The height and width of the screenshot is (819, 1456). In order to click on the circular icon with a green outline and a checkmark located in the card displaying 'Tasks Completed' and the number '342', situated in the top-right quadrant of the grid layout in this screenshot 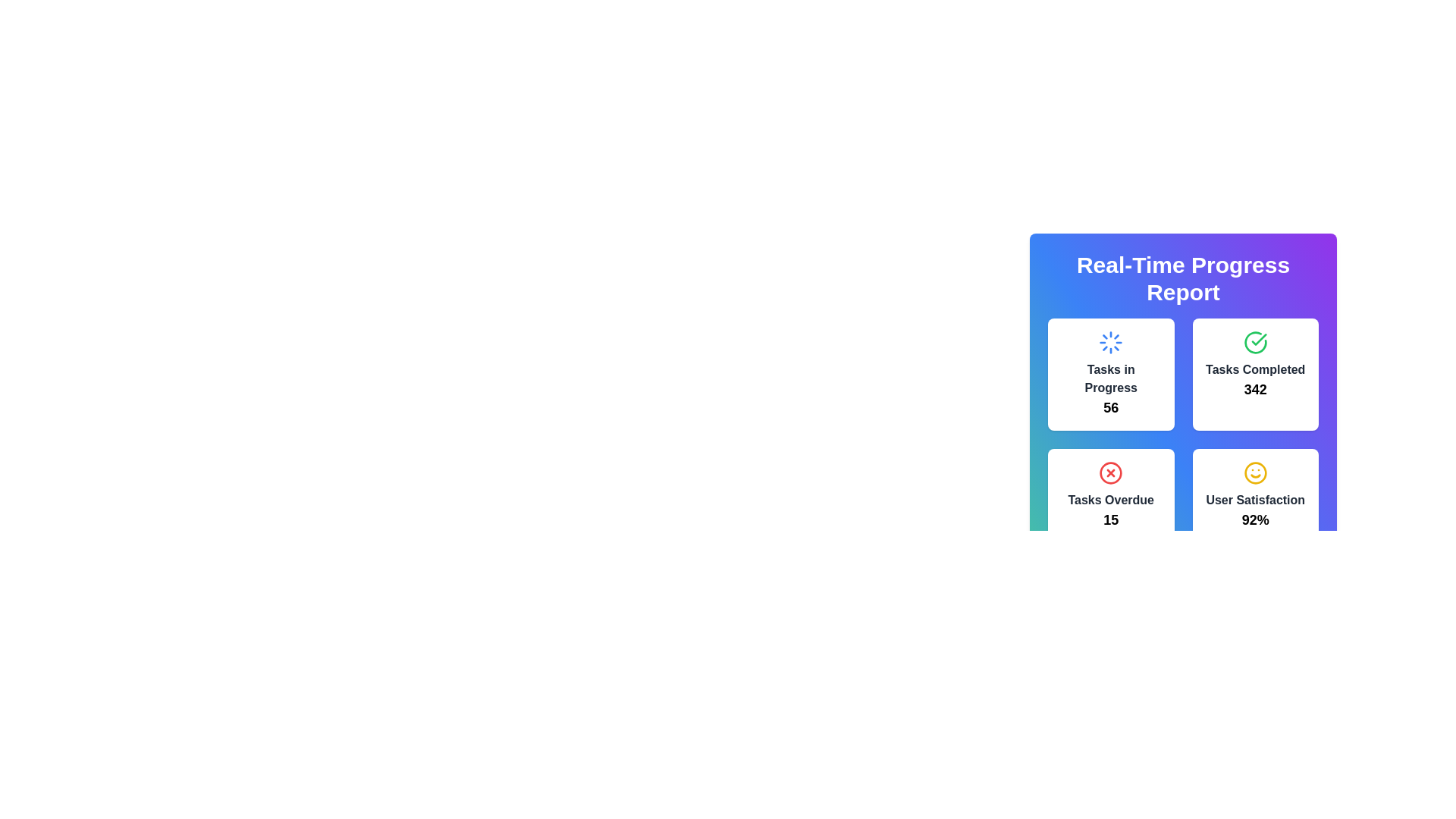, I will do `click(1255, 342)`.